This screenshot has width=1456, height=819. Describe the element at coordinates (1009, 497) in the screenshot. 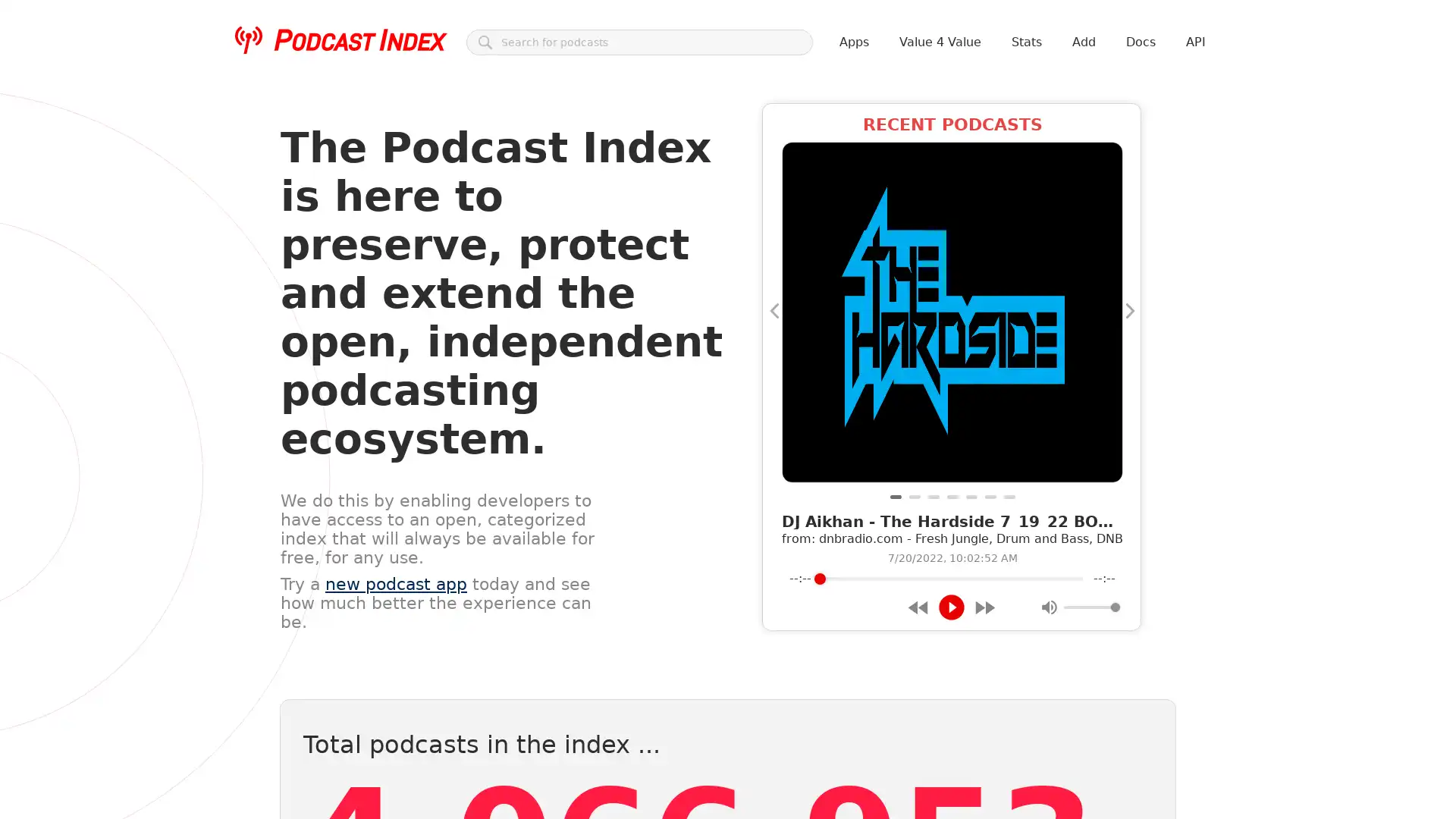

I see `I Went On Tour With Dayglo Abortions And All I Got Was This Lousy Cough` at that location.